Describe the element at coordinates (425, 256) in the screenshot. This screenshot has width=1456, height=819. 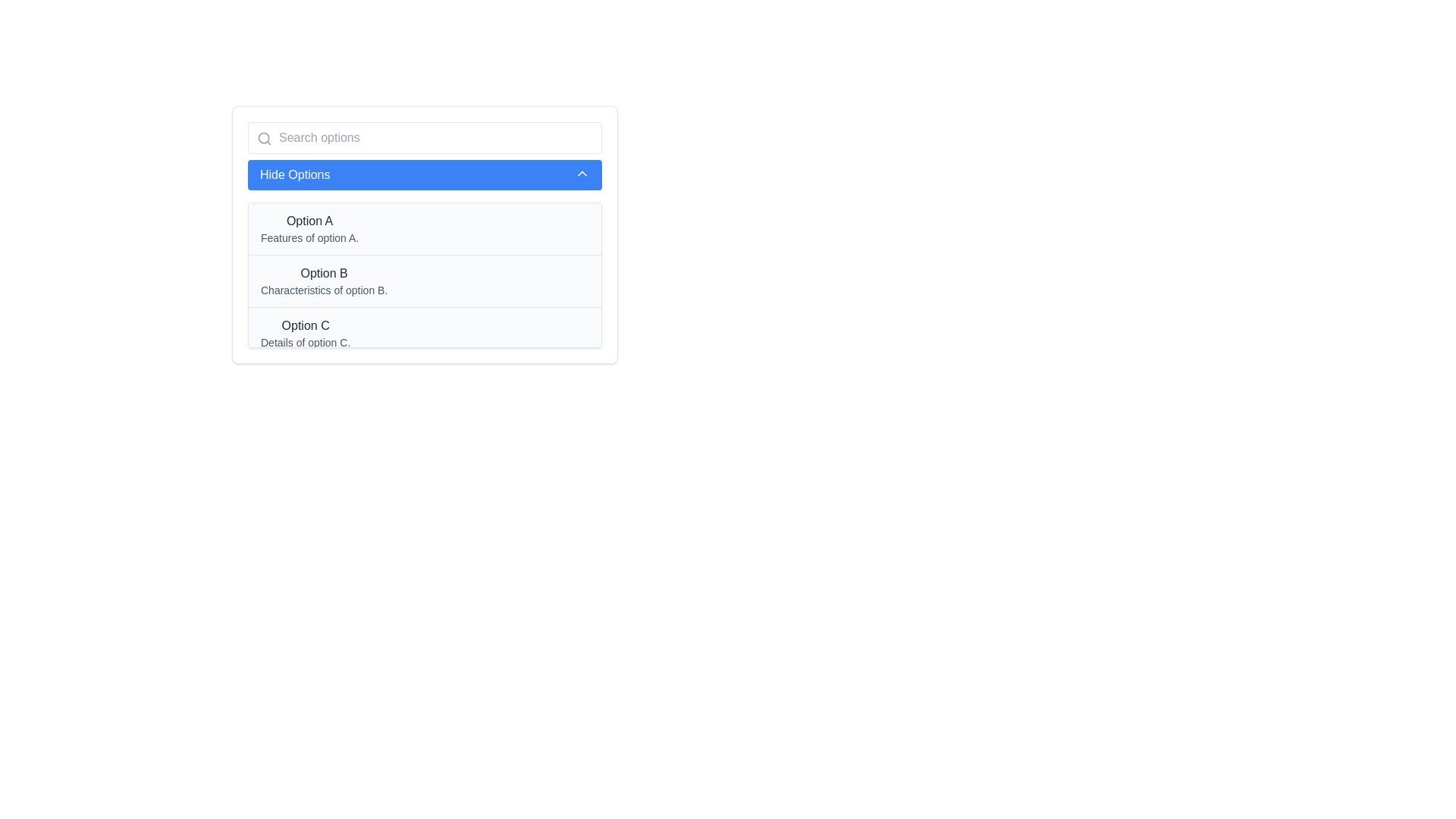
I see `the 'Option B' list item, which is the second entry in a vertical list` at that location.